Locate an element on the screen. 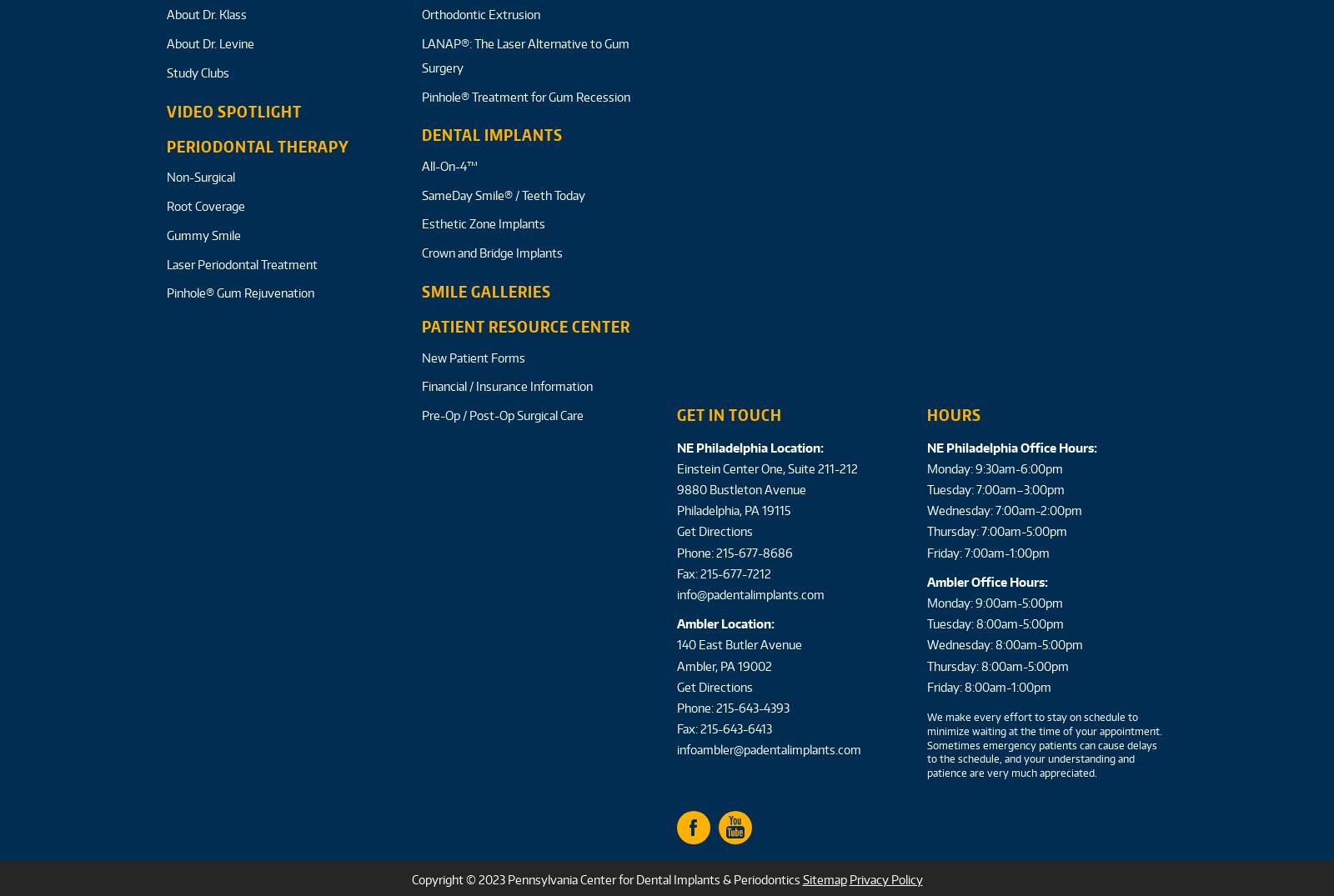 The width and height of the screenshot is (1334, 896). 'Financial / Insurance Information' is located at coordinates (506, 386).